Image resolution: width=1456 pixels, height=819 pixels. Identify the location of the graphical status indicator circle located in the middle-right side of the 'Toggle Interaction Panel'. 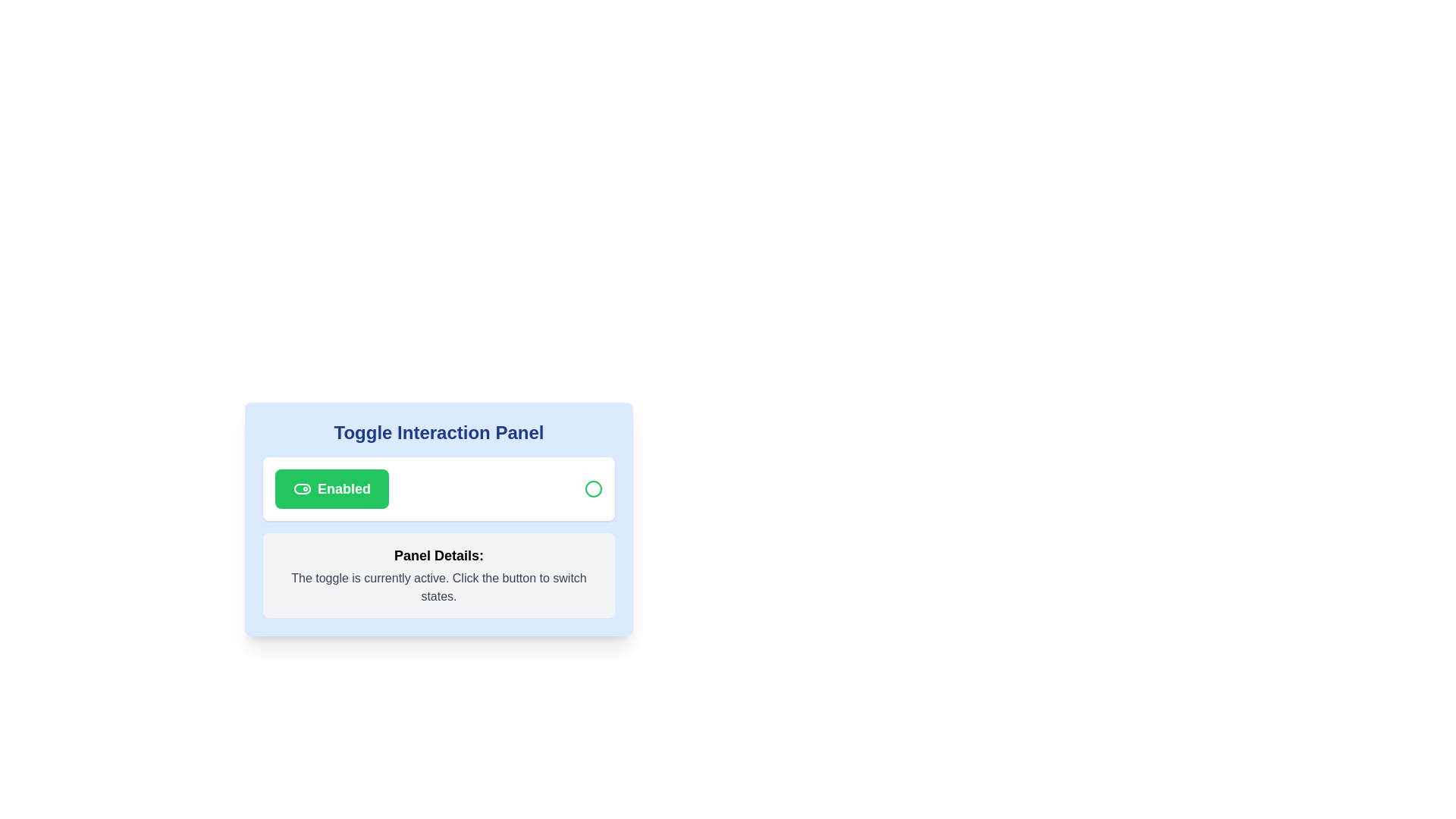
(592, 488).